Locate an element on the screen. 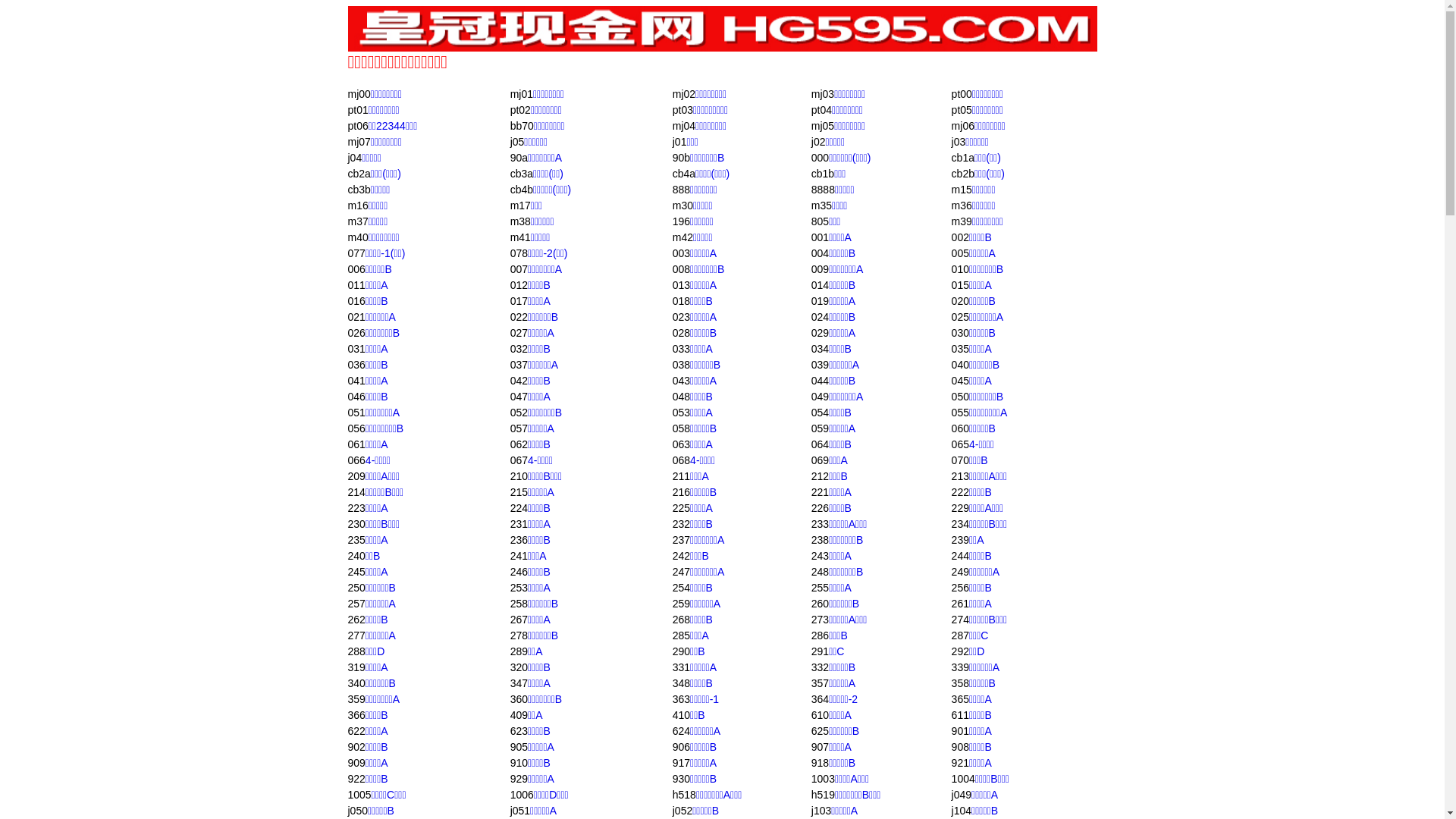 This screenshot has height=819, width=1456. '290' is located at coordinates (672, 651).